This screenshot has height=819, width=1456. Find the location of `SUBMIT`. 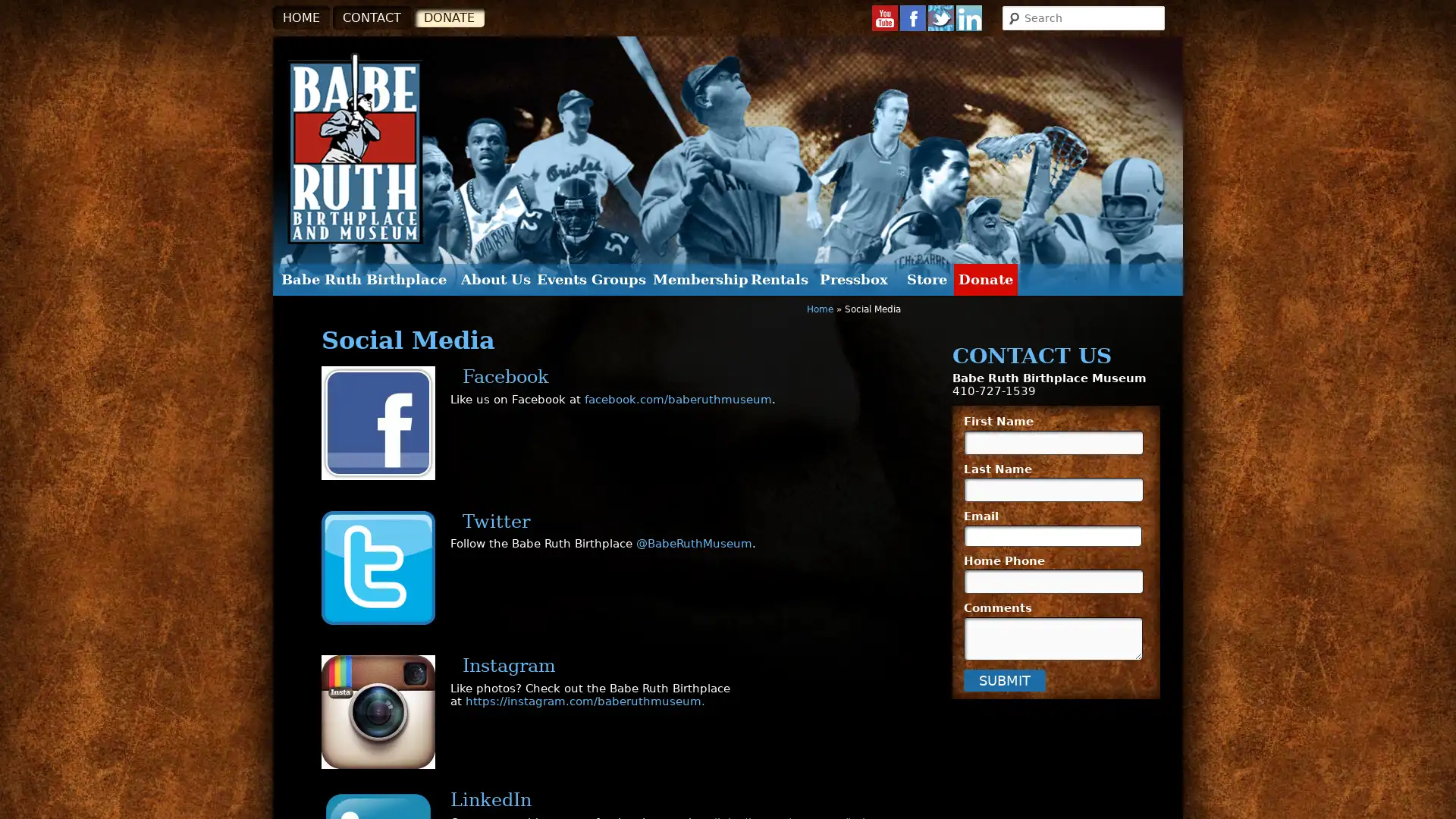

SUBMIT is located at coordinates (1004, 679).